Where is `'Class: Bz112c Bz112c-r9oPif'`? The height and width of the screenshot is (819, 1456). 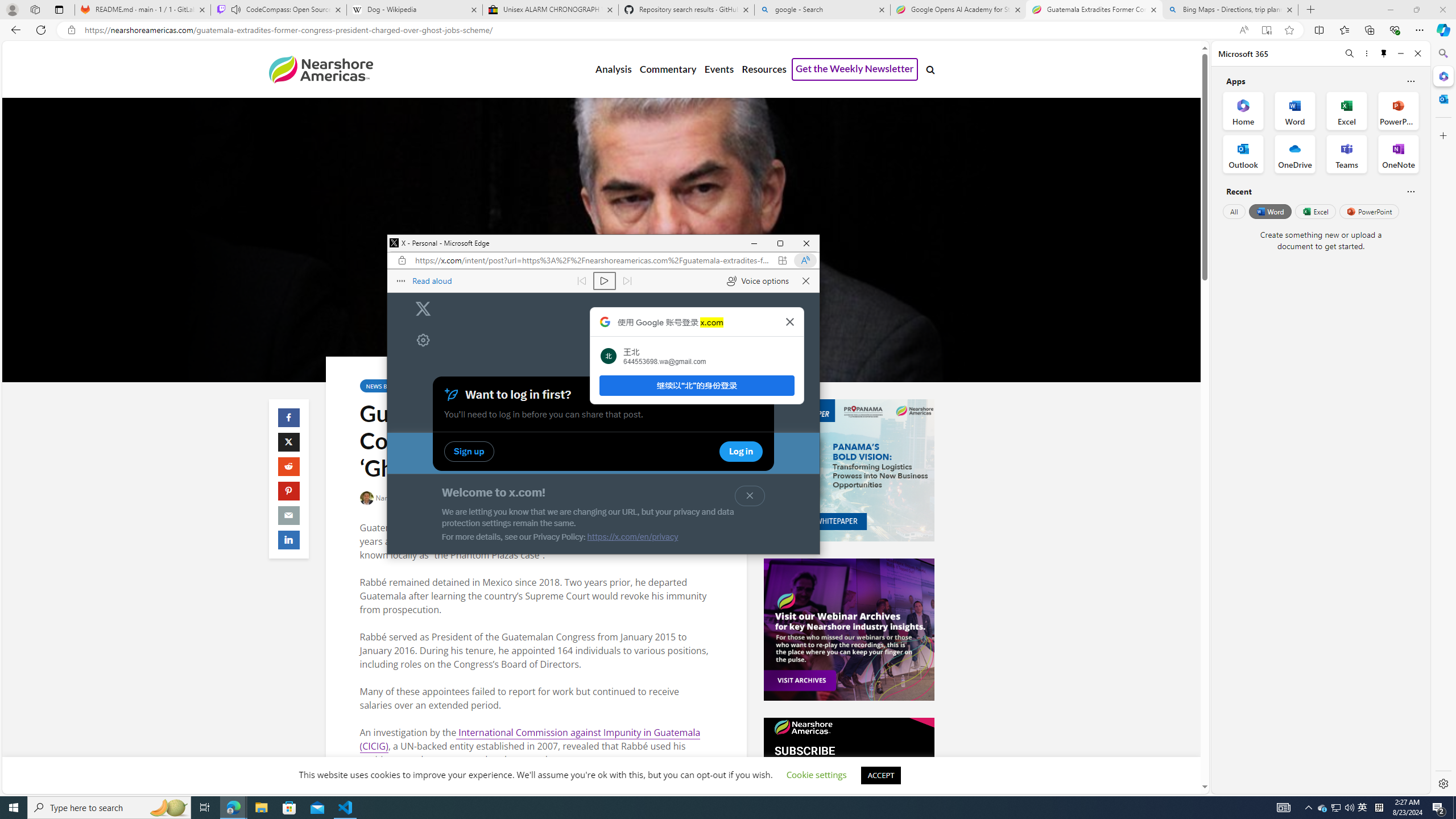
'Class: Bz112c Bz112c-r9oPif' is located at coordinates (789, 321).